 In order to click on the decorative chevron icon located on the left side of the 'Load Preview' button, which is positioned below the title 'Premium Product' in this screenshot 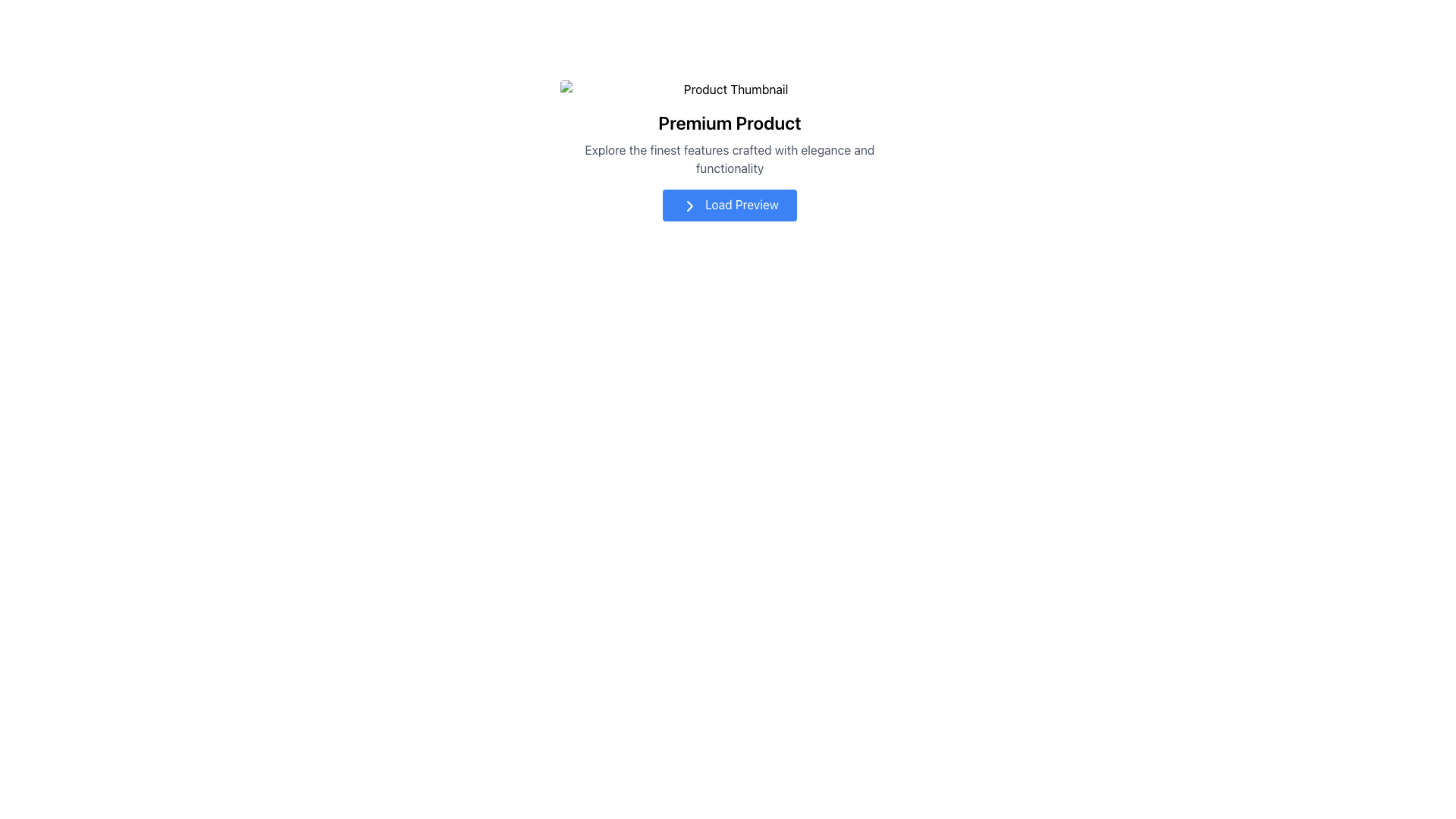, I will do `click(689, 206)`.